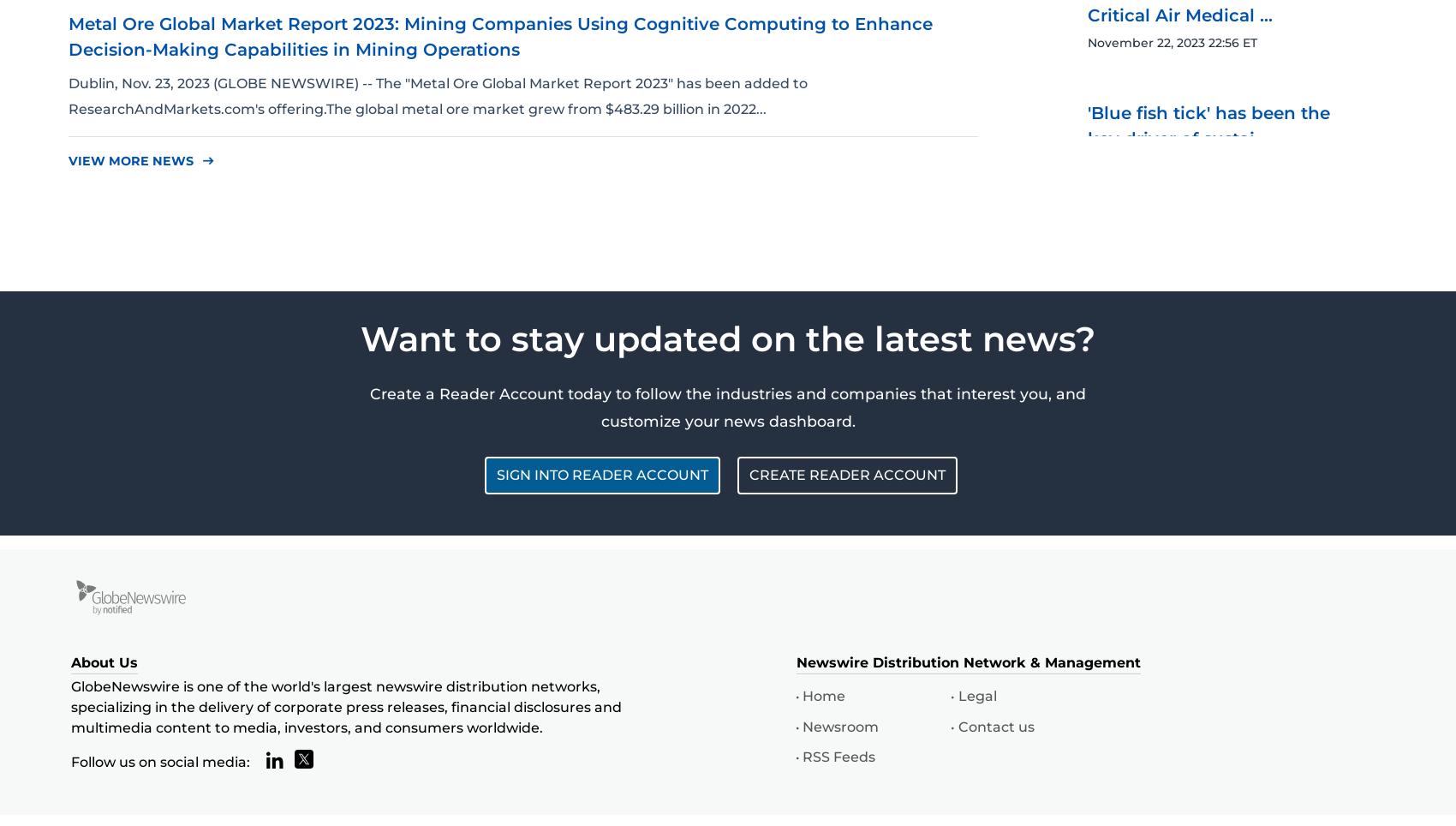  I want to click on 'Newswire Distribution Network & Management', so click(797, 661).